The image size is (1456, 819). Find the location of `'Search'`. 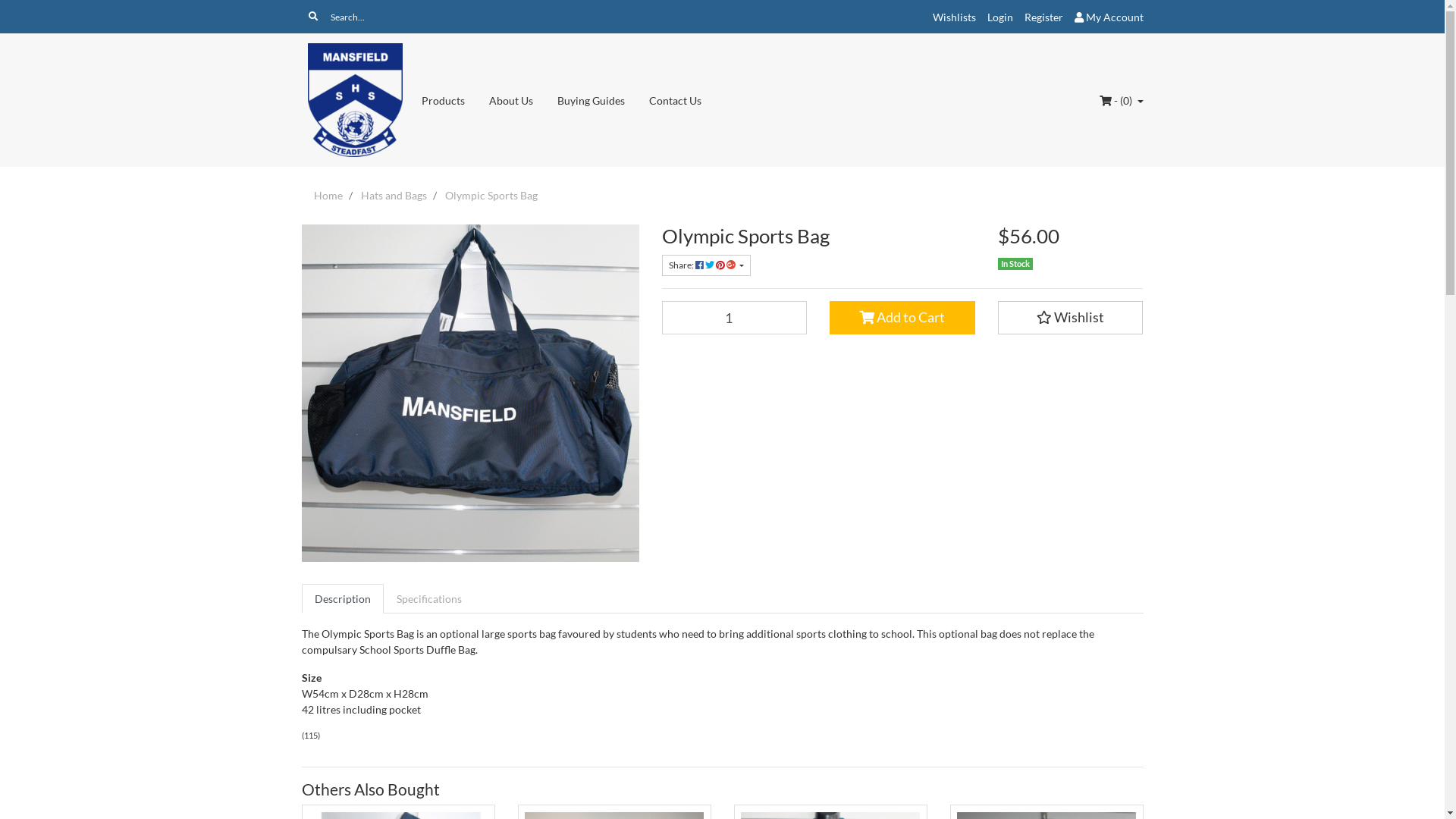

'Search' is located at coordinates (312, 17).